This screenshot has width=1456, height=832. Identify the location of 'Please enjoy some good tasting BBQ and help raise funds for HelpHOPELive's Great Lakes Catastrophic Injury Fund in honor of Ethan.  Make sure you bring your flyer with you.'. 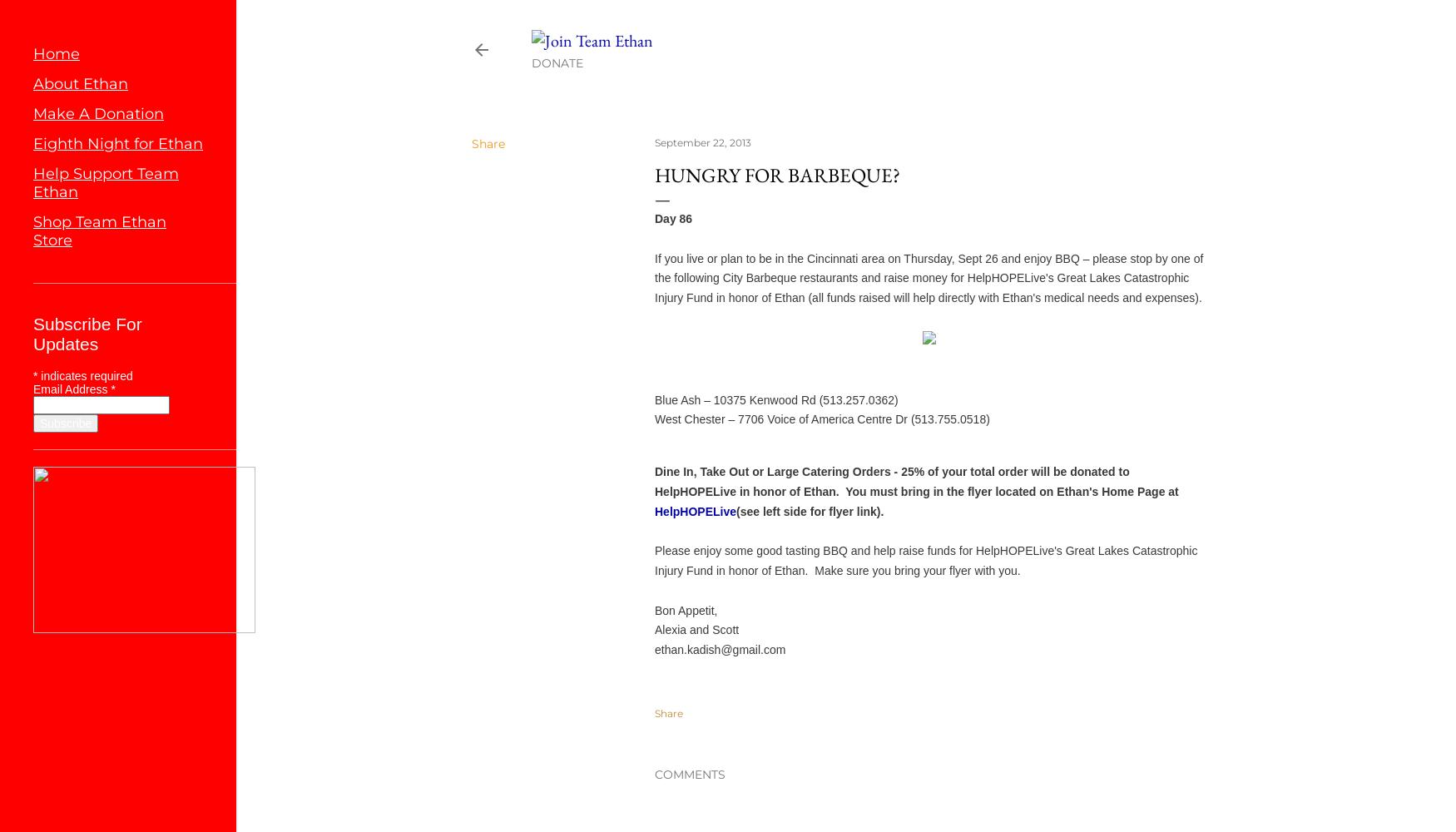
(926, 560).